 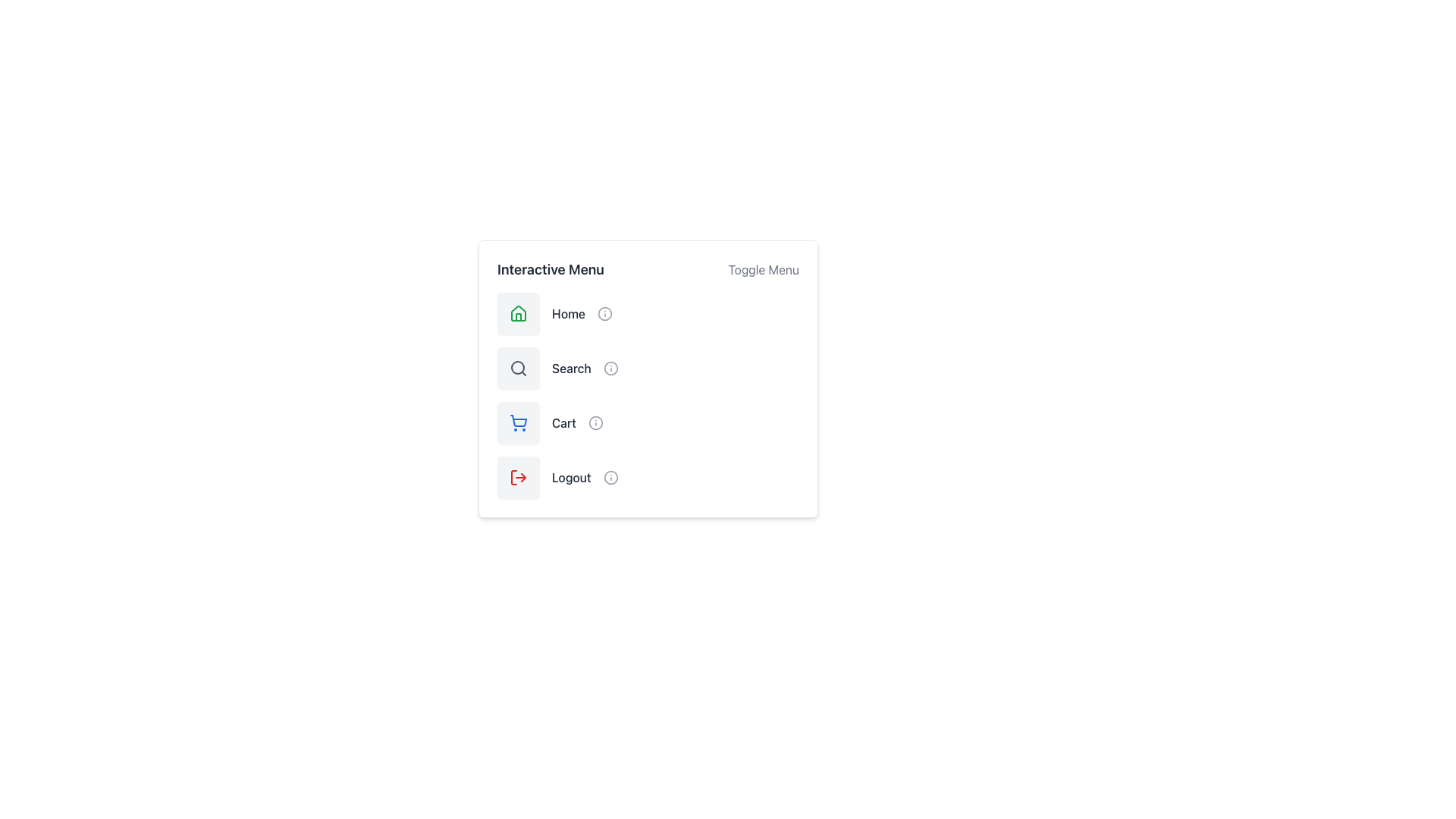 I want to click on the green house icon in the interactive menu card, so click(x=519, y=312).